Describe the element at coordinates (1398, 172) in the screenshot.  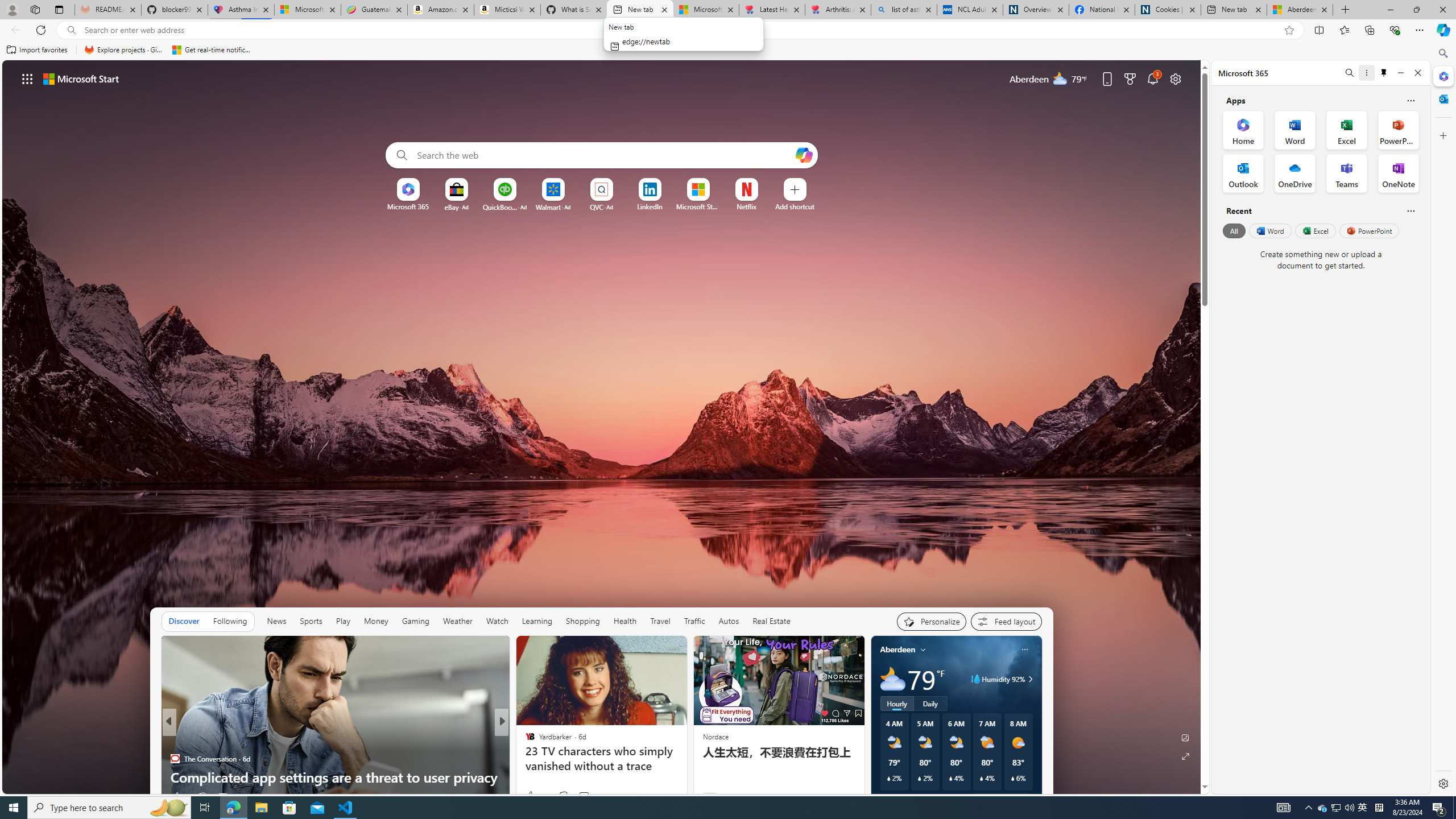
I see `'OneNote Office App'` at that location.